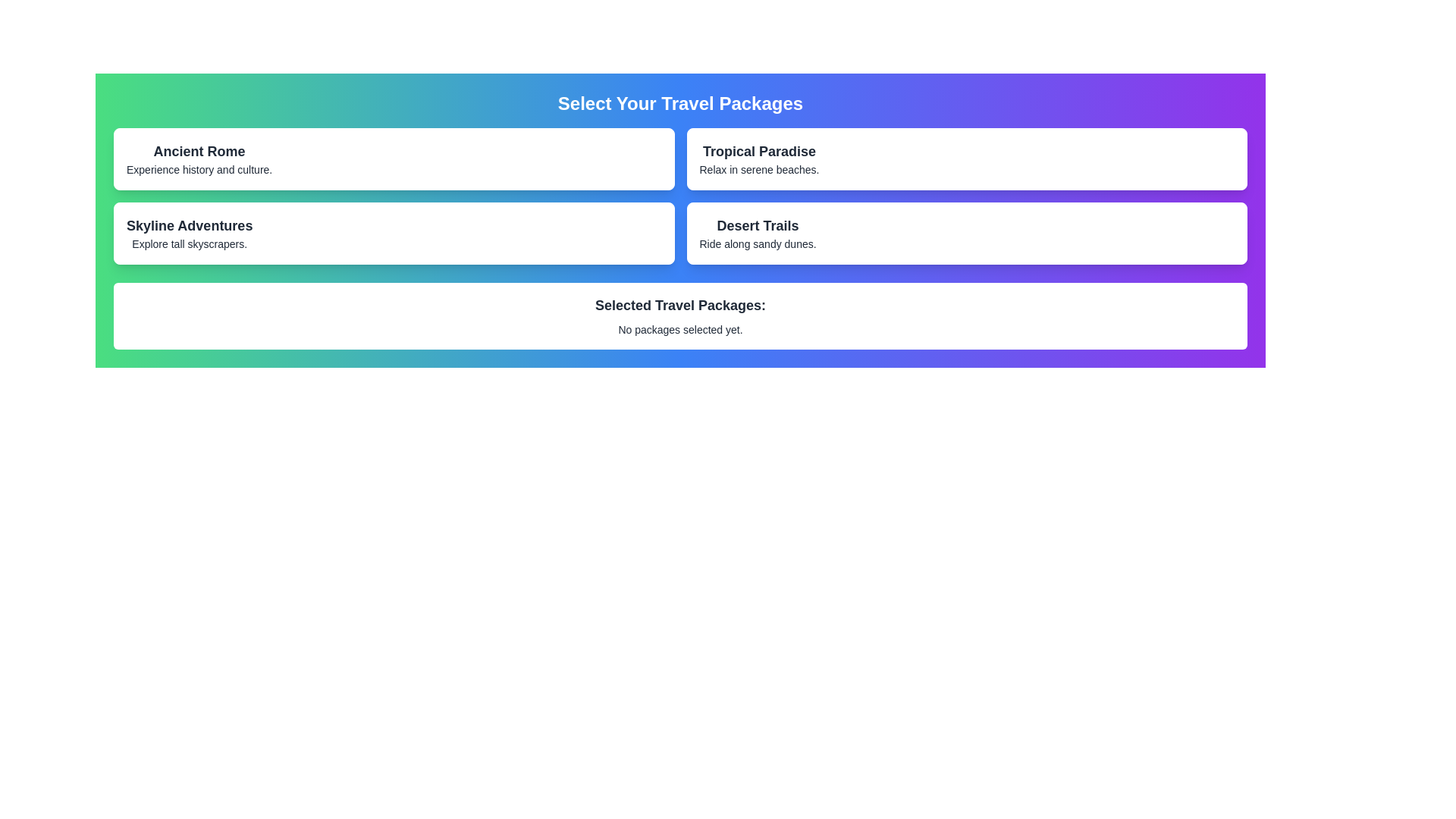  What do you see at coordinates (758, 234) in the screenshot?
I see `the textual element that describes a travel package option, located in the second column, second row of the grid layout, positioned between 'Tropical Paradise' and 'Selected Travel Packages'` at bounding box center [758, 234].